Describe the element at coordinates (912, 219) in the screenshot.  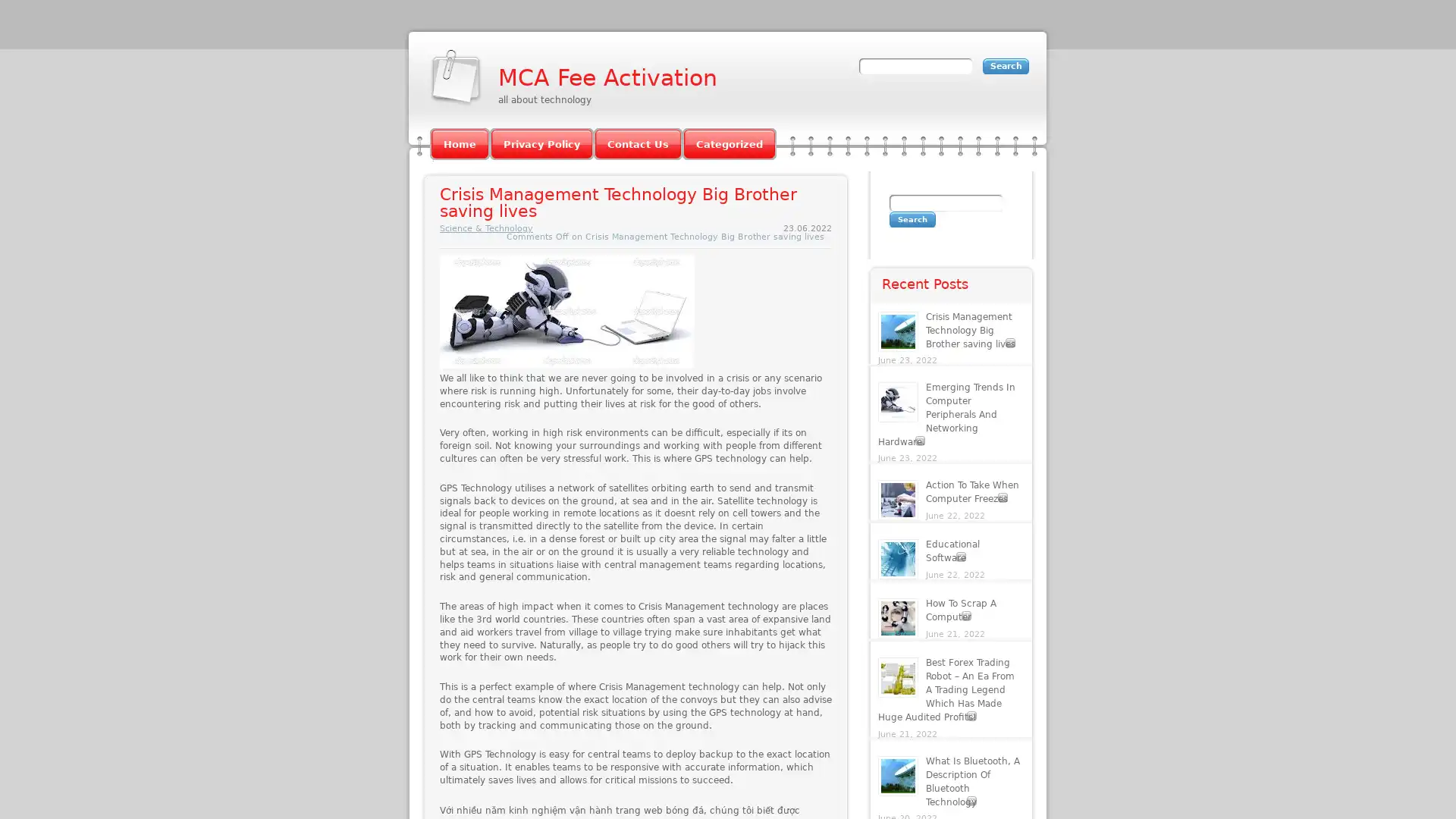
I see `Search` at that location.